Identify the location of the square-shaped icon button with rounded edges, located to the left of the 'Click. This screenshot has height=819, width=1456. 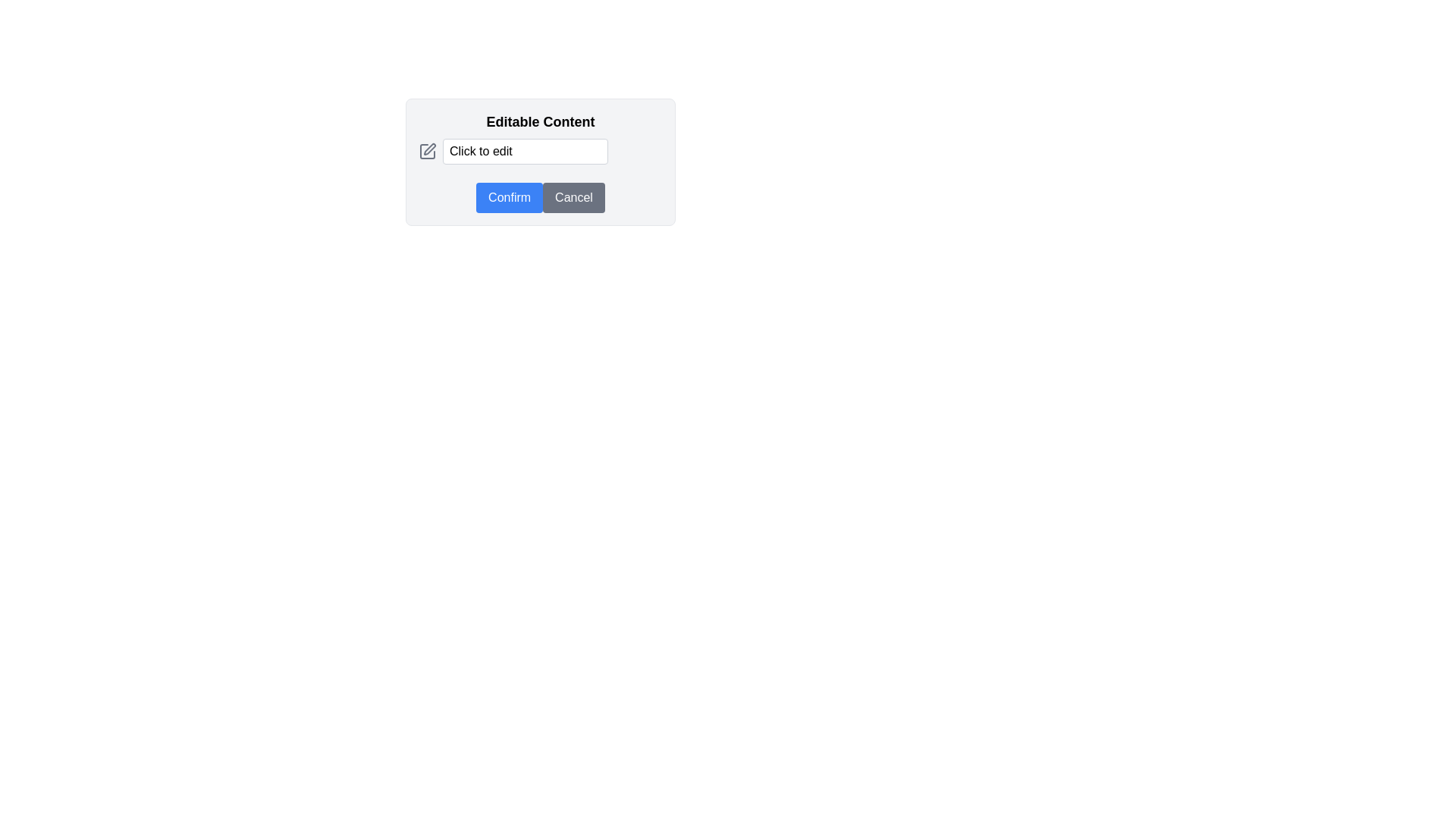
(427, 152).